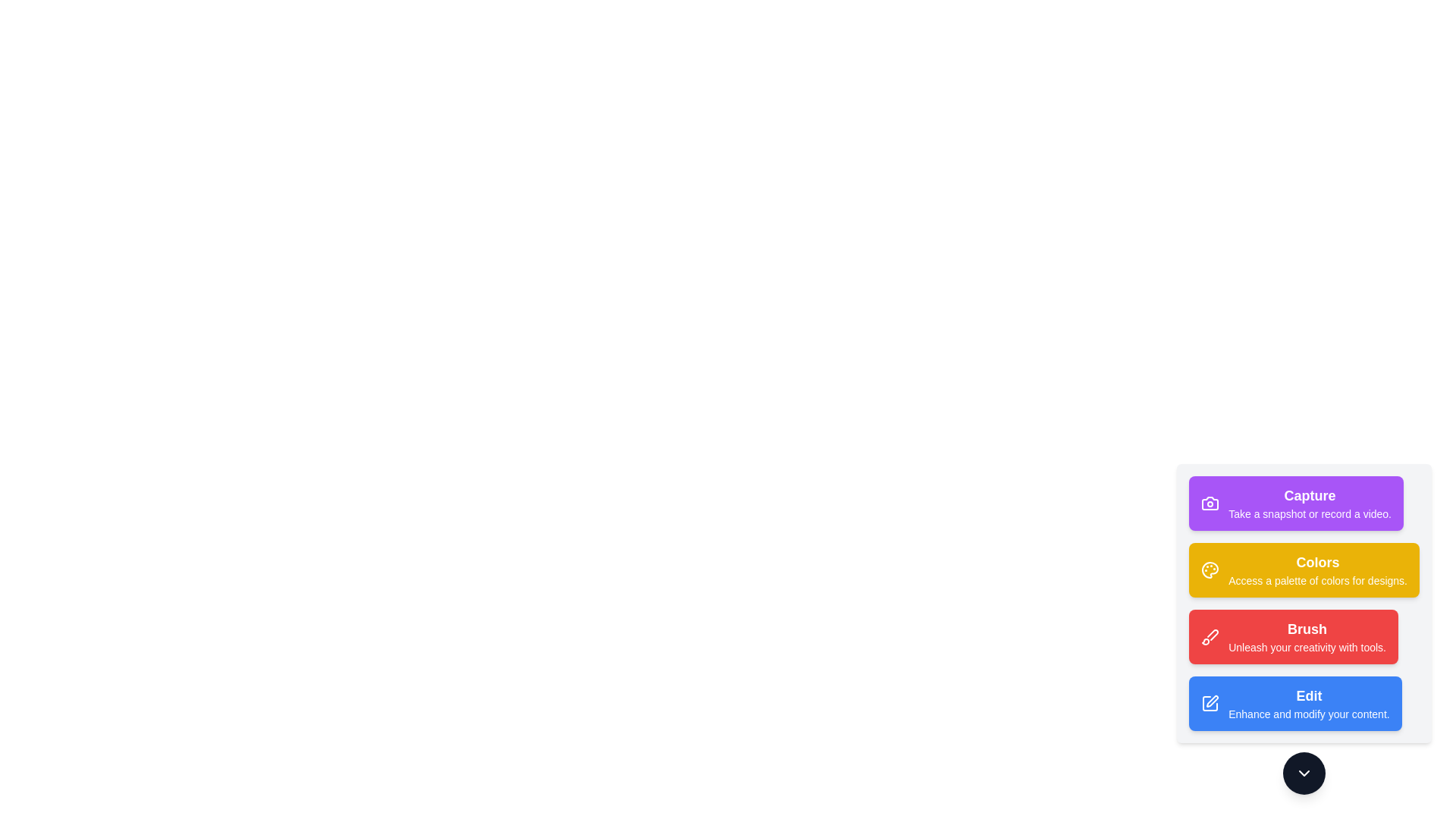  Describe the element at coordinates (1303, 773) in the screenshot. I see `toggle button at the bottom of the component to collapse or expand the menu` at that location.